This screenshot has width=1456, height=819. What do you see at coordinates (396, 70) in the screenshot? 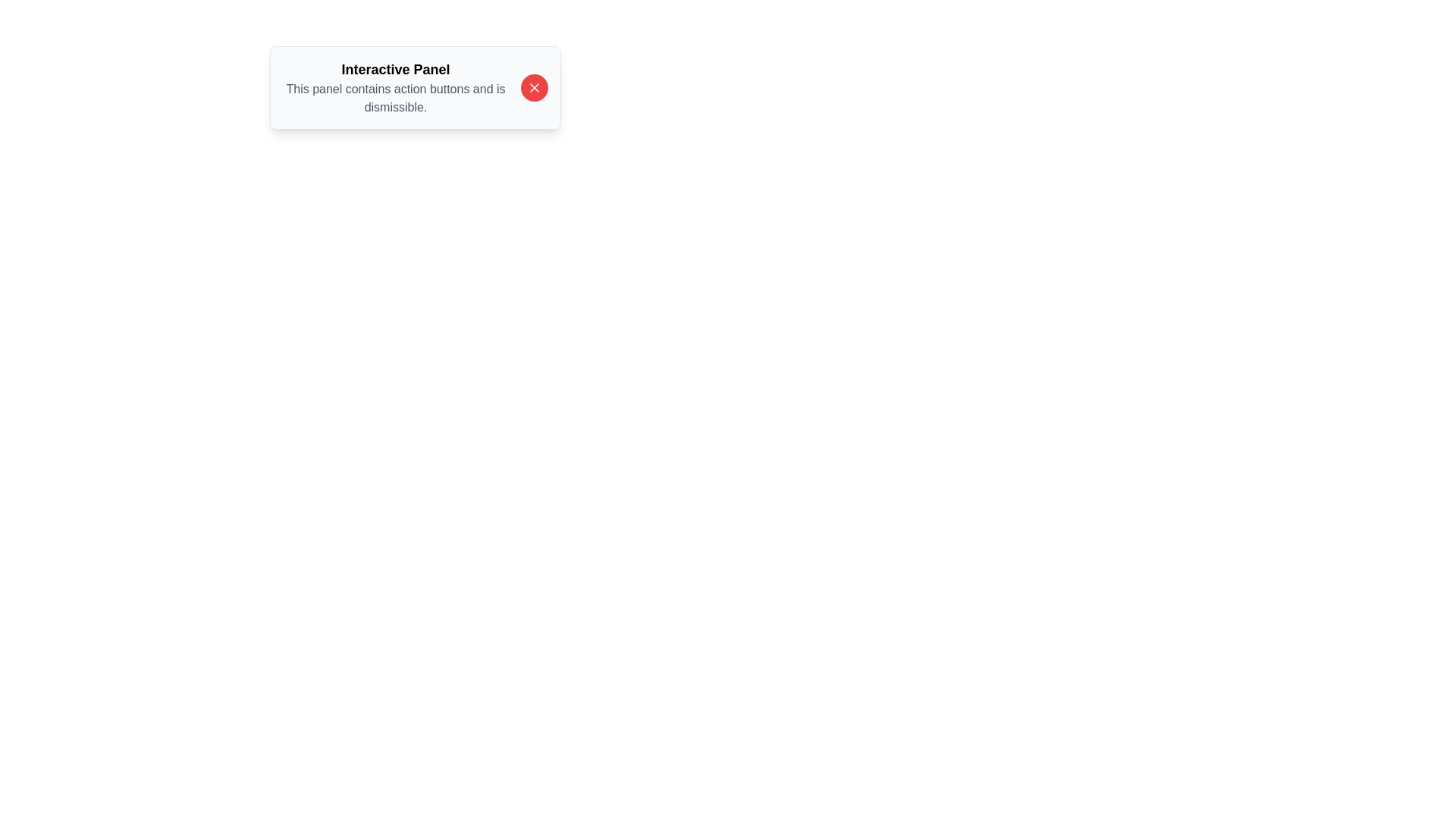
I see `text content of the heading label located at the top of the panel, which serves as the title indicating the panel's purpose` at bounding box center [396, 70].